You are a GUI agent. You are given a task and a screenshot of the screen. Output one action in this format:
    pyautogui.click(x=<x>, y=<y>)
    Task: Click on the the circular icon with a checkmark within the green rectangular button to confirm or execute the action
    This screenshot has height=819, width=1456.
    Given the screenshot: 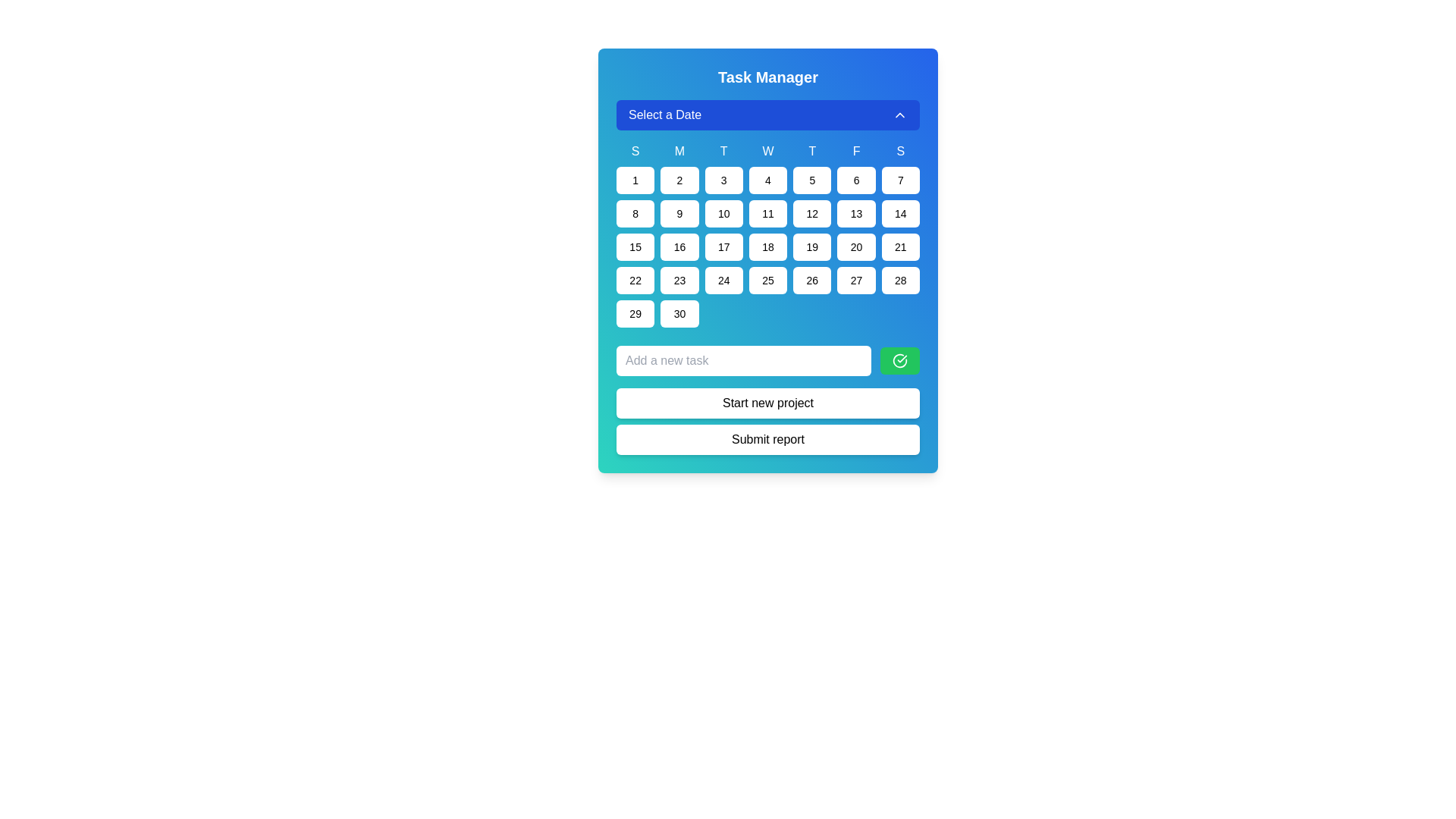 What is the action you would take?
    pyautogui.click(x=899, y=360)
    